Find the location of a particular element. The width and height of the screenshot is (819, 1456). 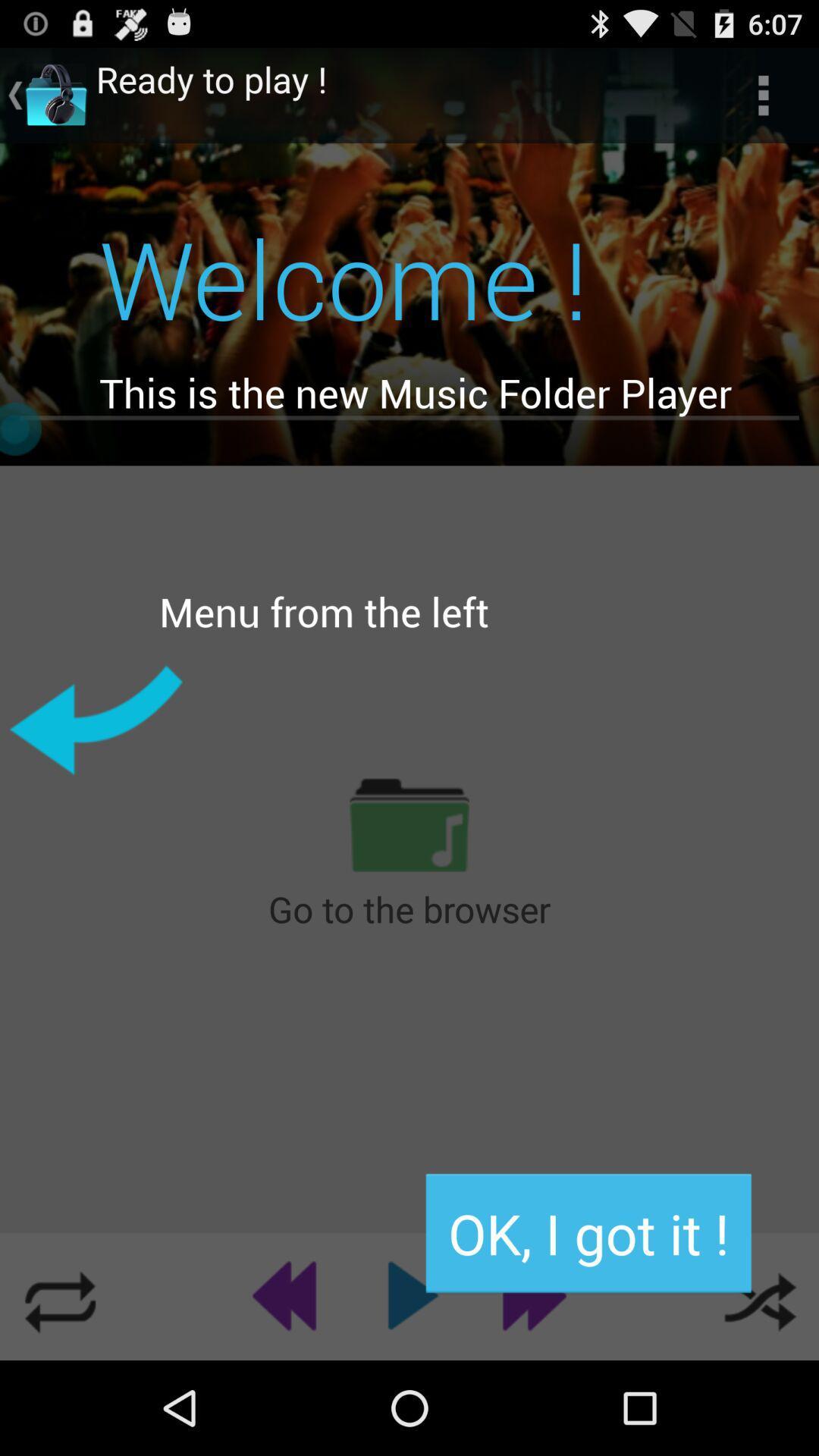

the av_rewind icon is located at coordinates (290, 1388).